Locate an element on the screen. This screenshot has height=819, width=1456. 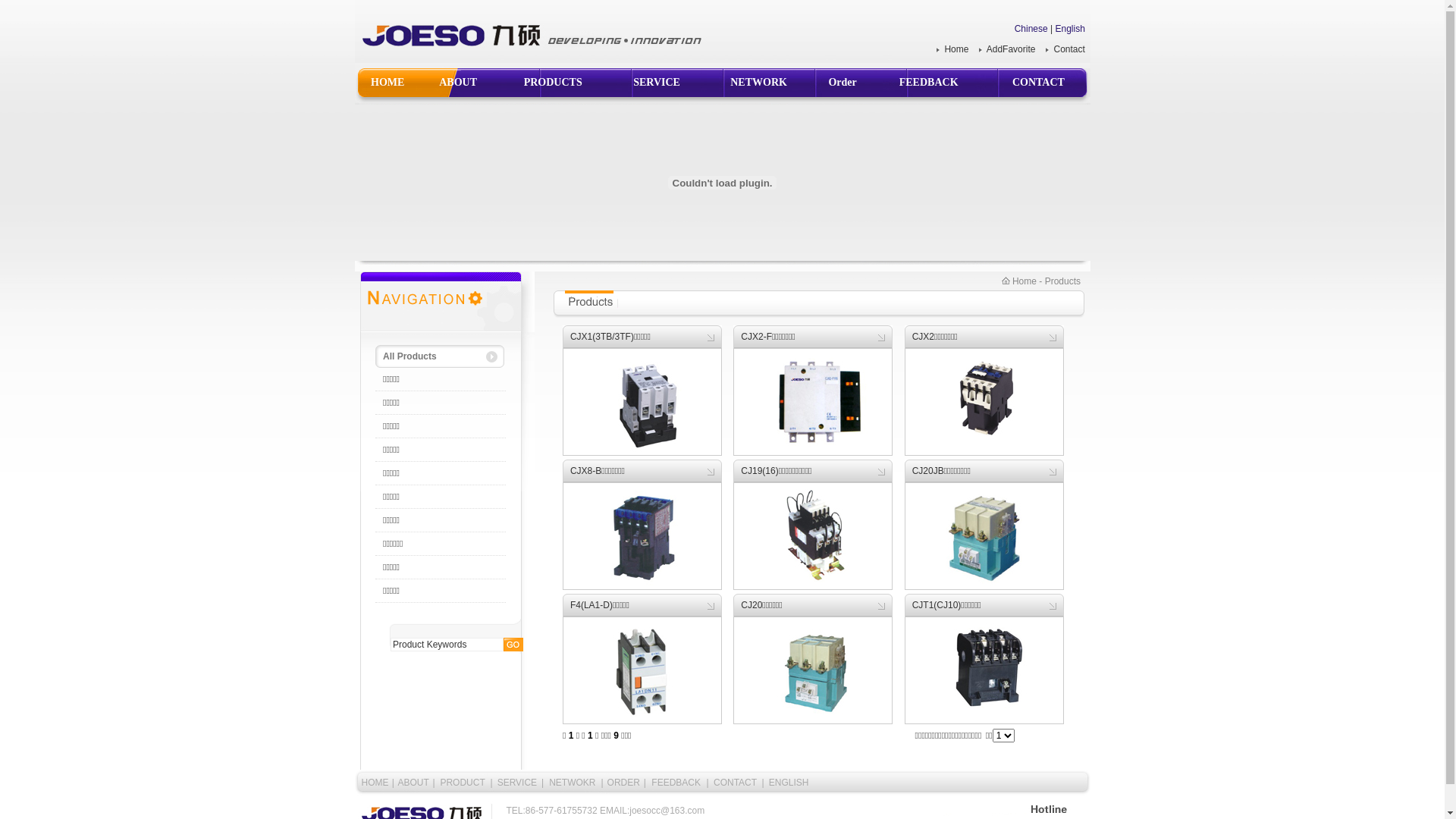
'Order' is located at coordinates (841, 77).